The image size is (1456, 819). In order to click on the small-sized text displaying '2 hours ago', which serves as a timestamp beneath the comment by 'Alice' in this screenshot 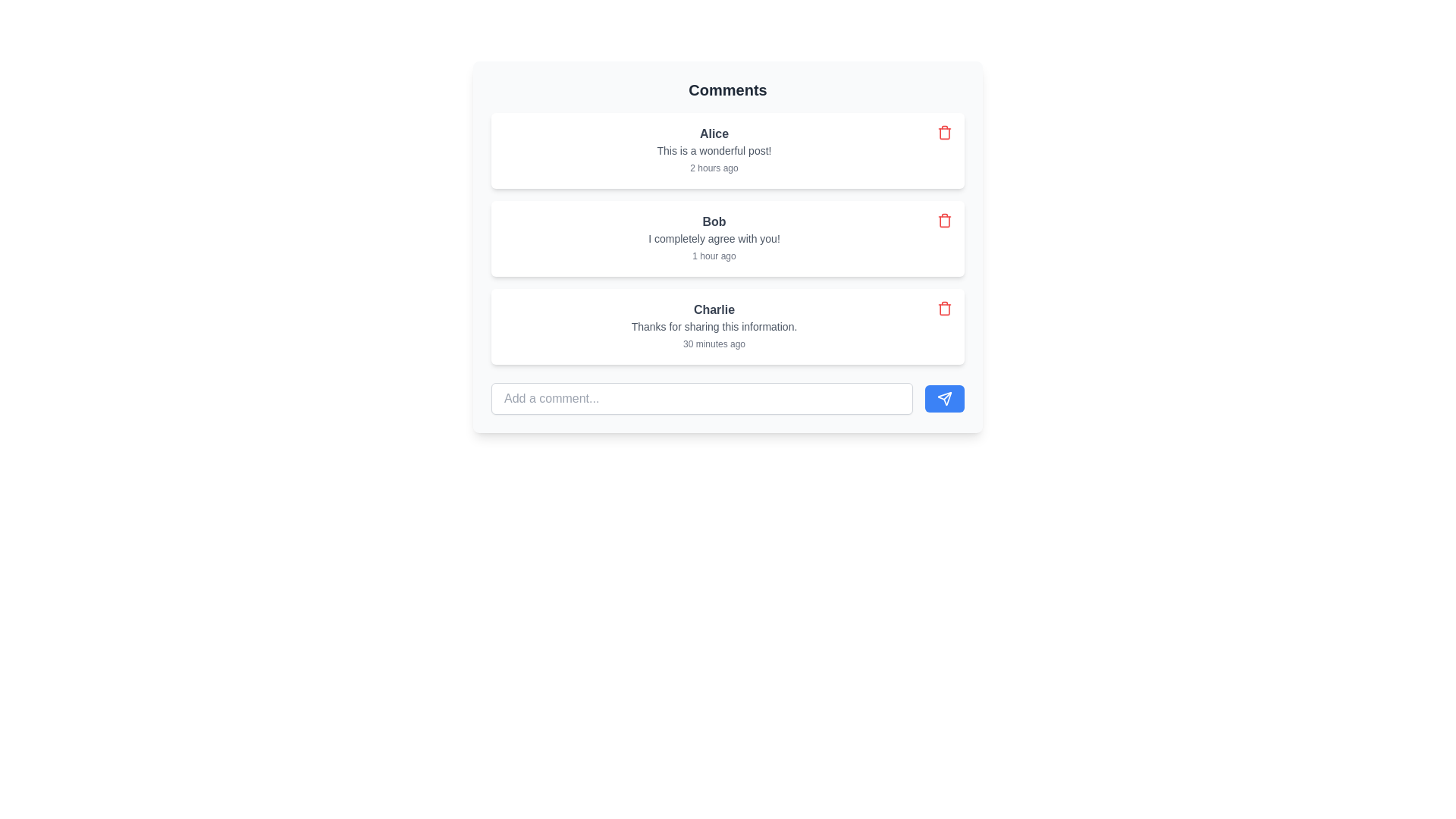, I will do `click(713, 168)`.